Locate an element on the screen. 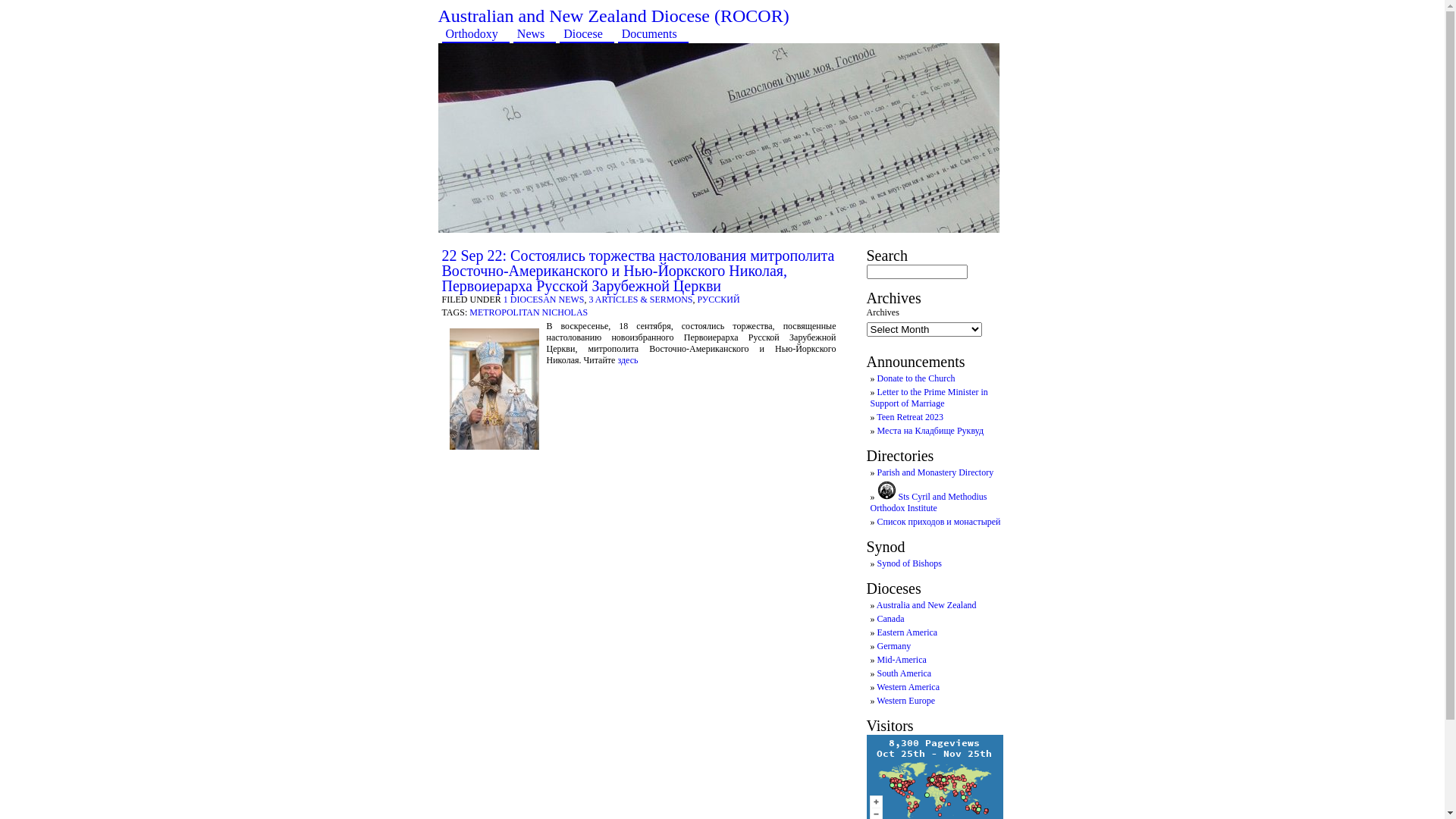  'Parish and Monastery Directory' is located at coordinates (877, 472).